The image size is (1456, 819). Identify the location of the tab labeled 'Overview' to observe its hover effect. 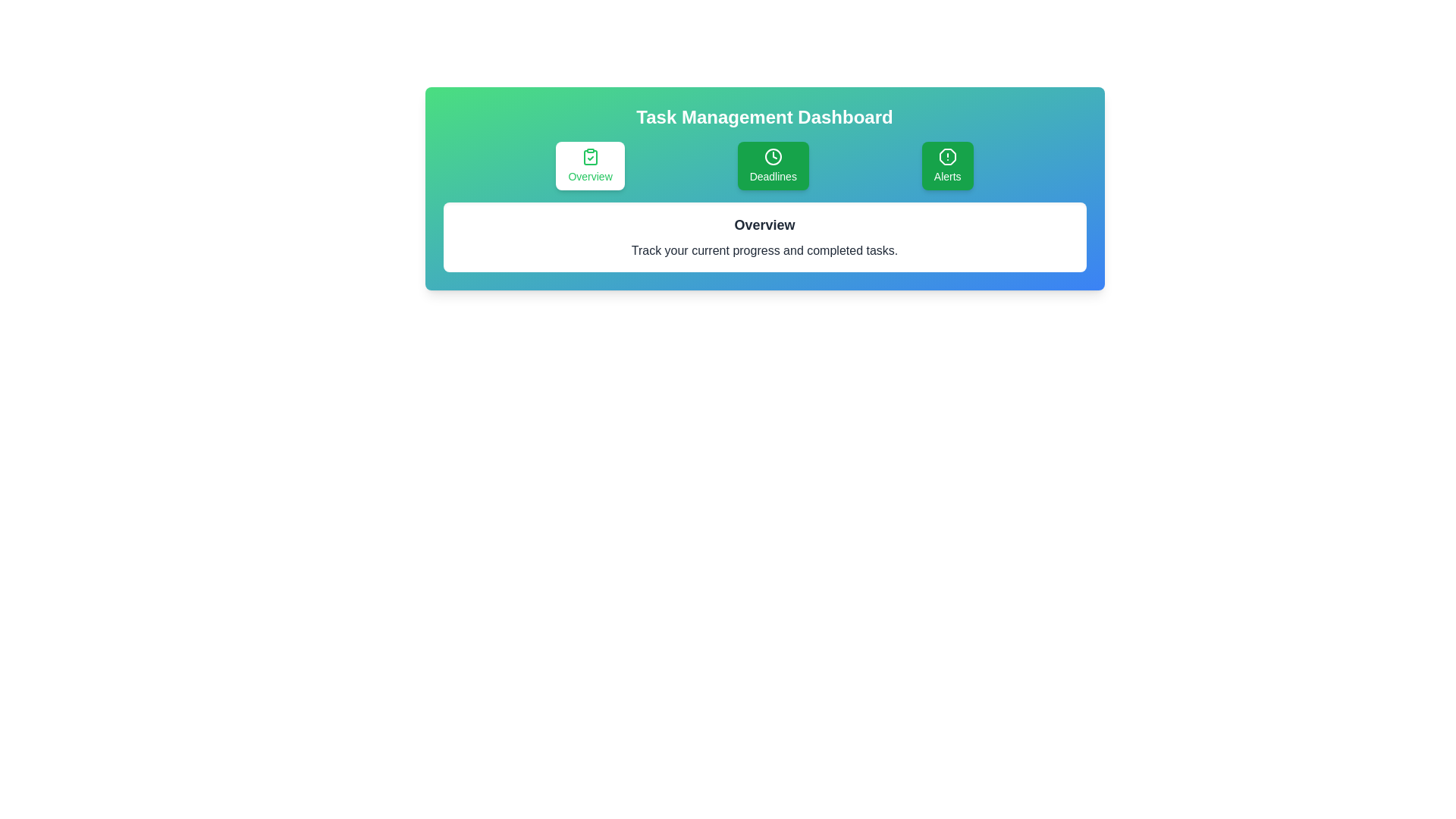
(589, 166).